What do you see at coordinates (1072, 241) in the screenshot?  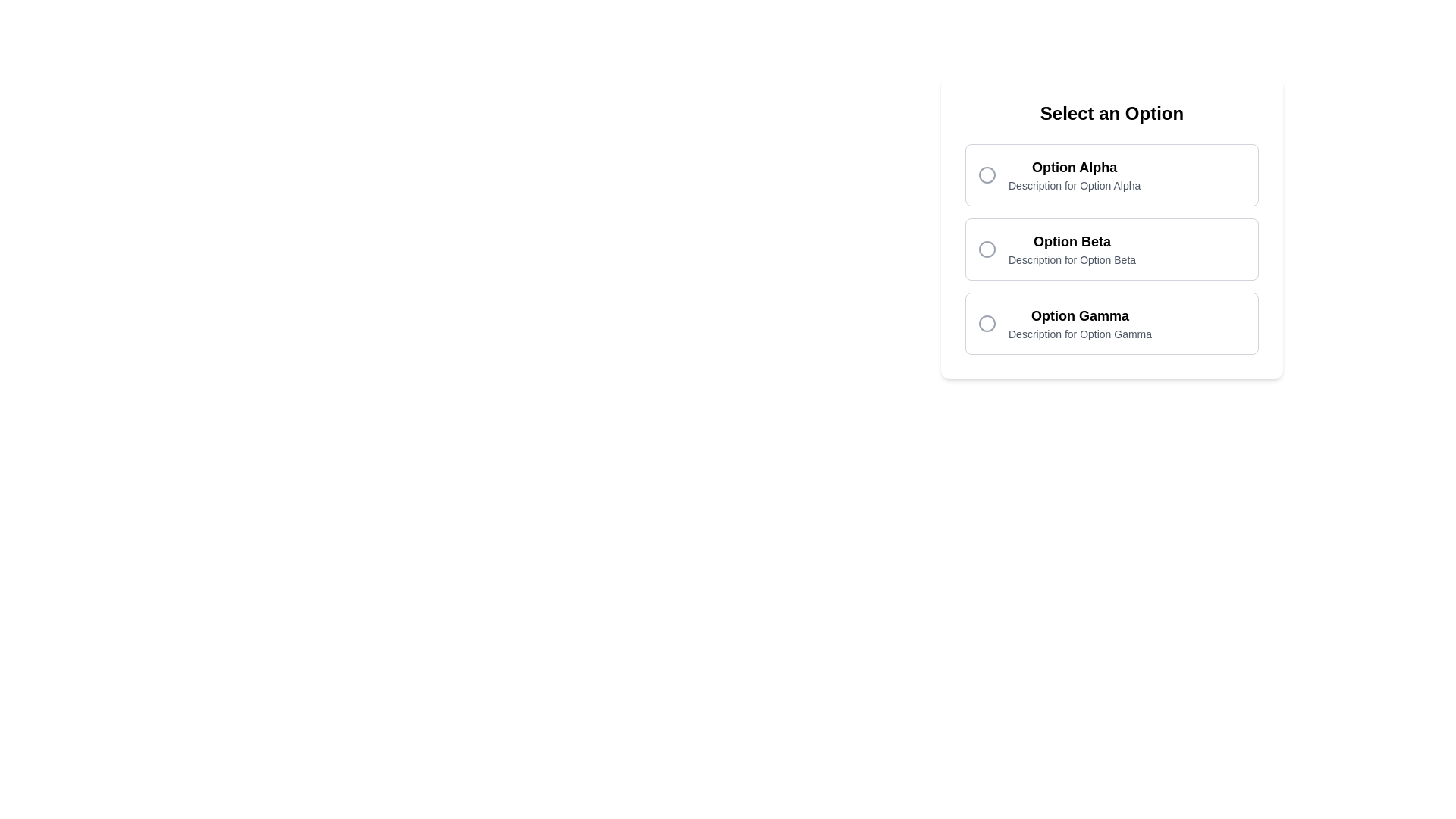 I see `the 'Beta' text label, which serves as the header for the second selectable option in the list under the 'Select an Option' section` at bounding box center [1072, 241].